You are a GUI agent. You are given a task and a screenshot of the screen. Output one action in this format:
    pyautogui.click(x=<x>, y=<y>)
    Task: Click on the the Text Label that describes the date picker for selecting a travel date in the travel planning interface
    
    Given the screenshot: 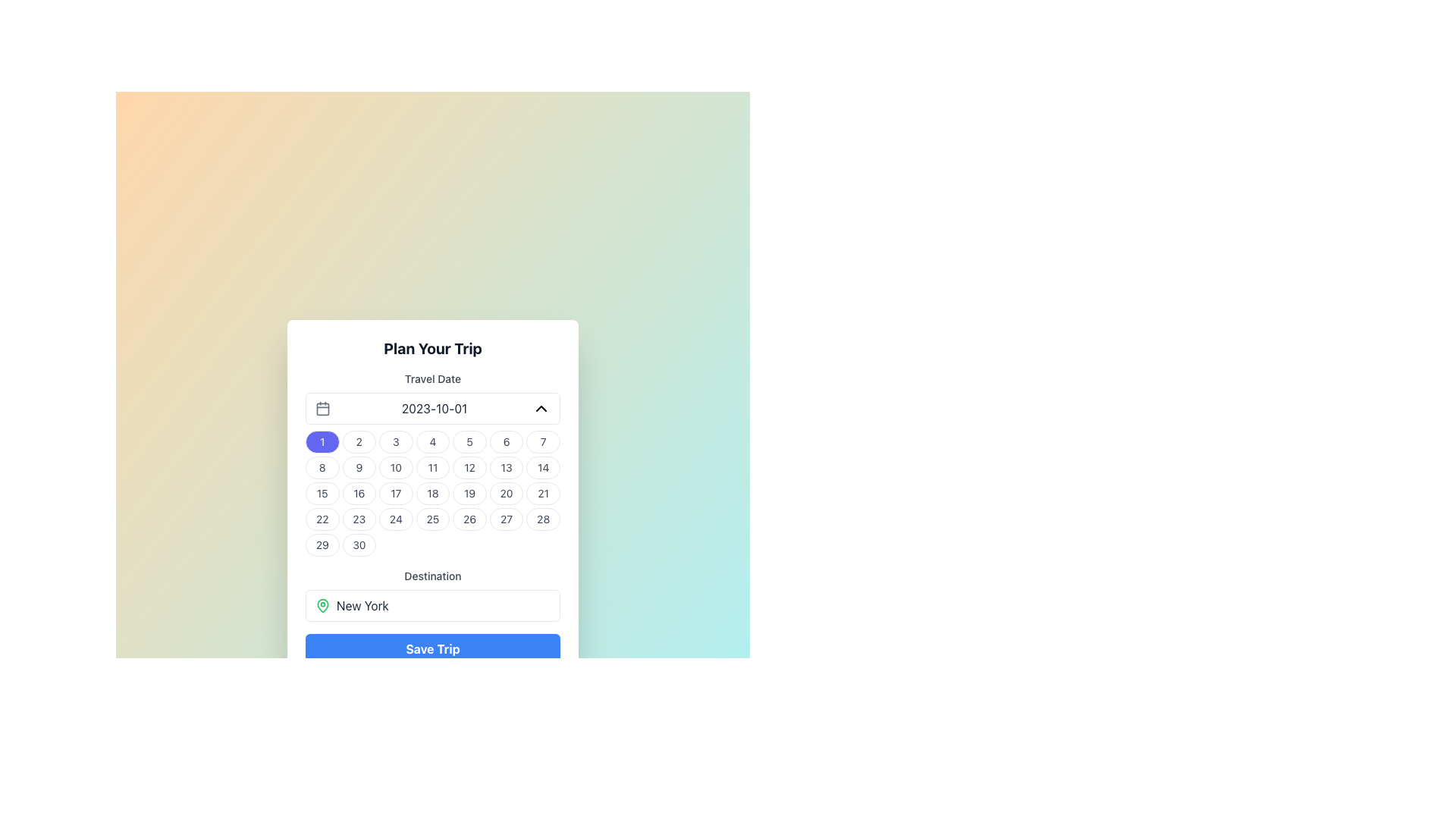 What is the action you would take?
    pyautogui.click(x=432, y=378)
    